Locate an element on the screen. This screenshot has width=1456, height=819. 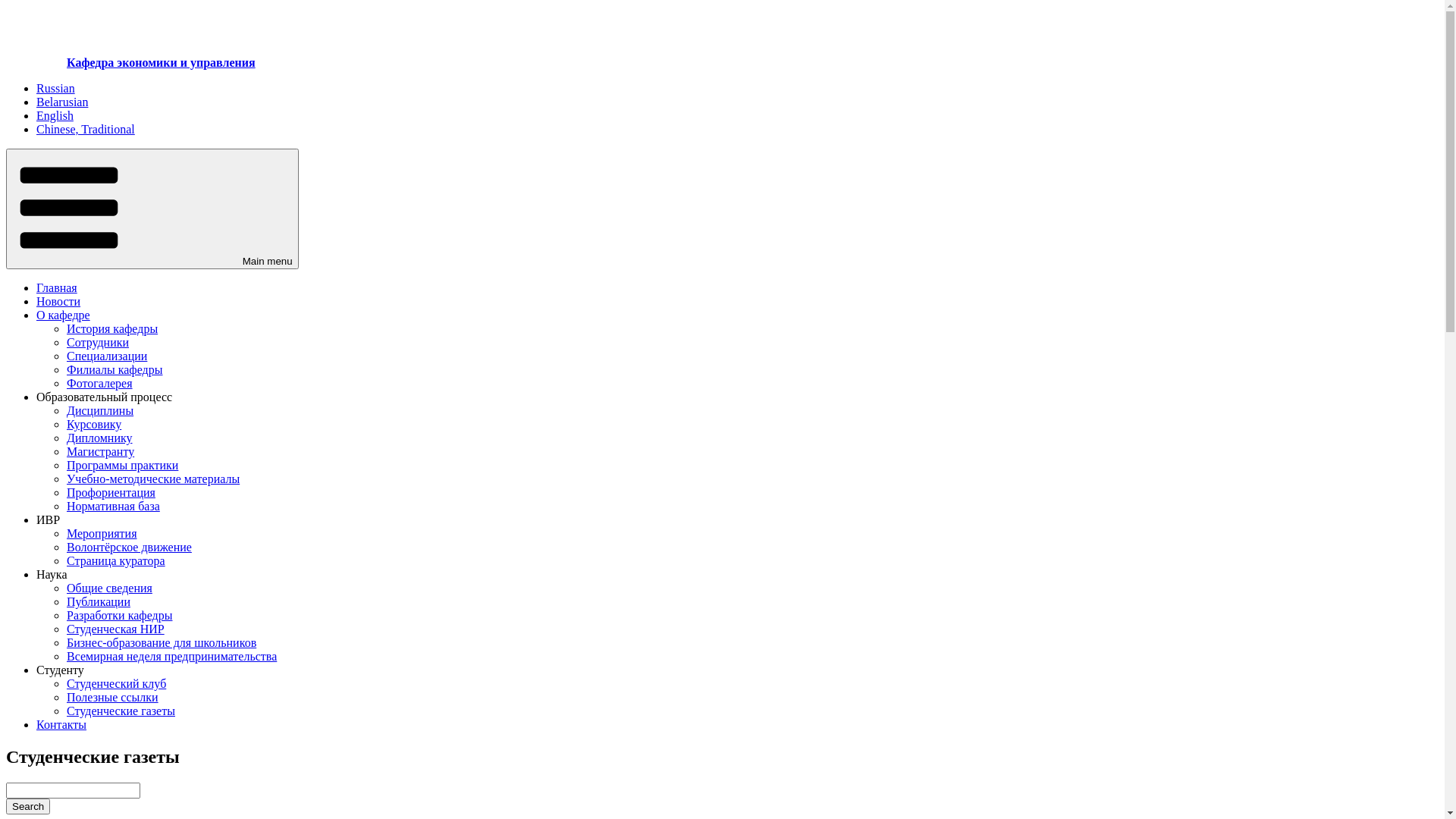
'English' is located at coordinates (55, 115).